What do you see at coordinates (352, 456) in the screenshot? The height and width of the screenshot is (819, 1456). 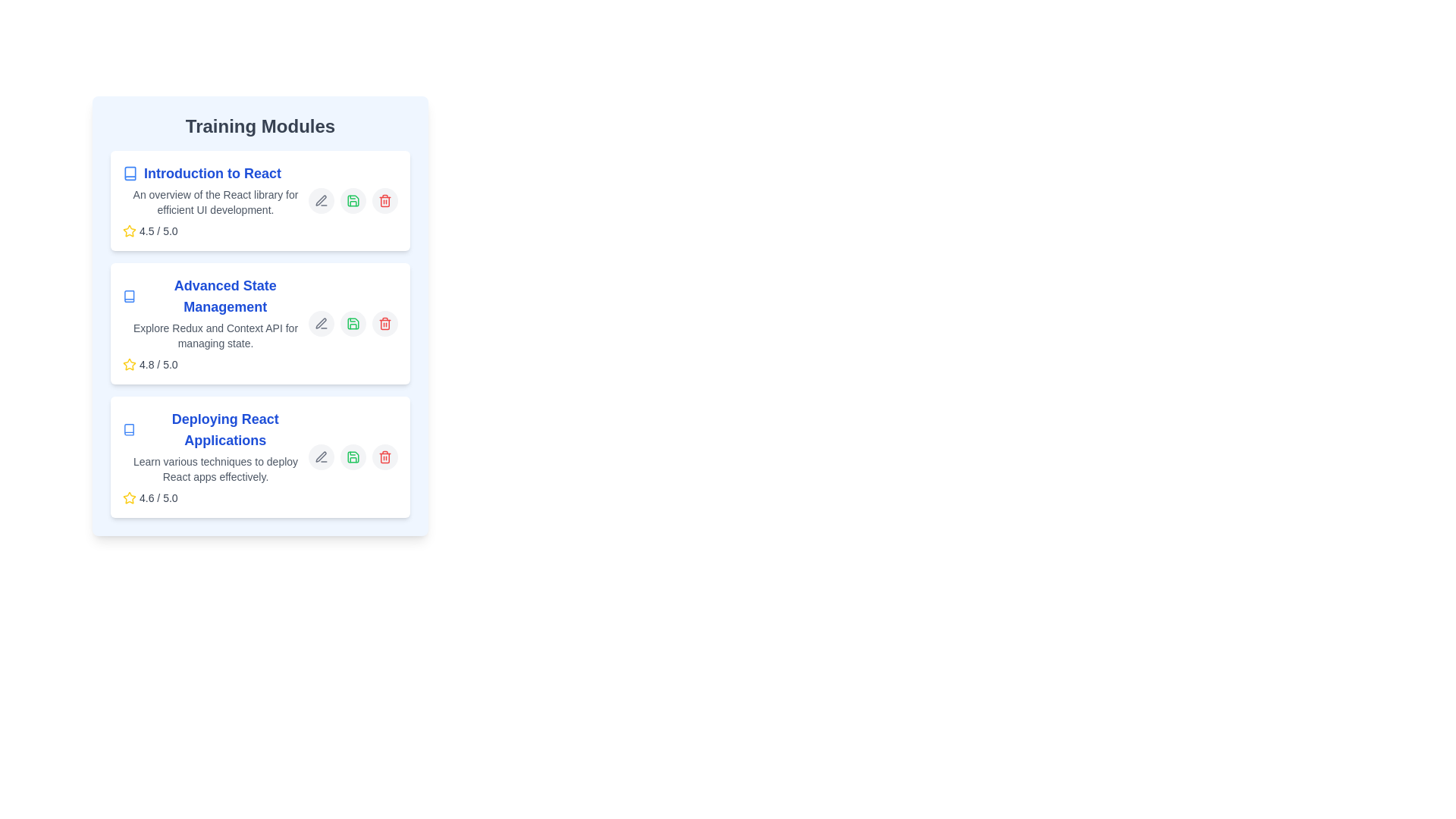 I see `the circular save button with a light gray background and a green save icon, located in the horizontal group of action buttons within the 'Deploying React Applications' training module card` at bounding box center [352, 456].